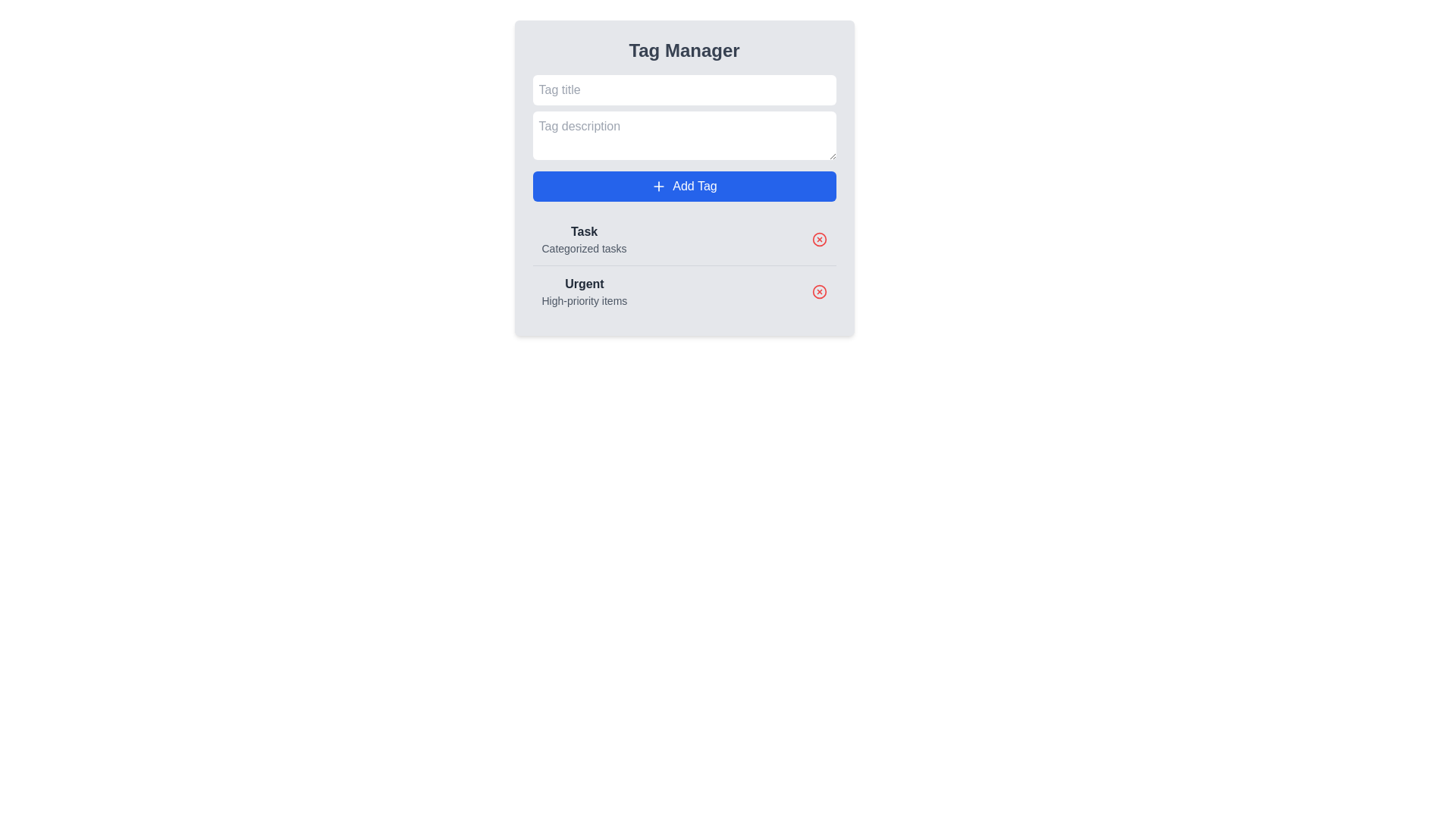 The height and width of the screenshot is (819, 1456). What do you see at coordinates (683, 291) in the screenshot?
I see `text content of the Task item entry with the bold 'Urgent' label and the gray 'High-priority items' description, located in the categorized task list` at bounding box center [683, 291].